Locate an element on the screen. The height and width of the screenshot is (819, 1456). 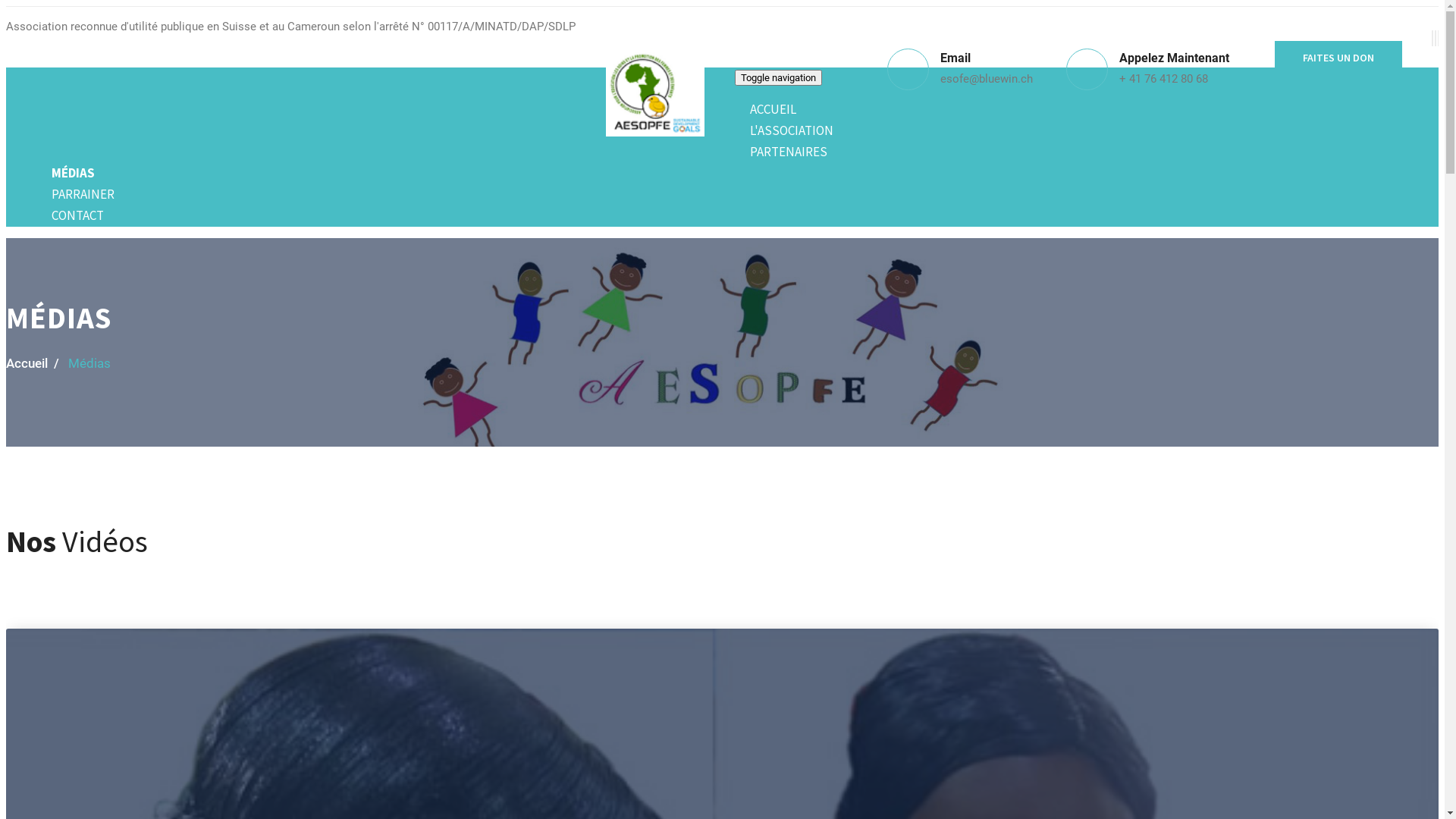
'Toggle navigation' is located at coordinates (778, 77).